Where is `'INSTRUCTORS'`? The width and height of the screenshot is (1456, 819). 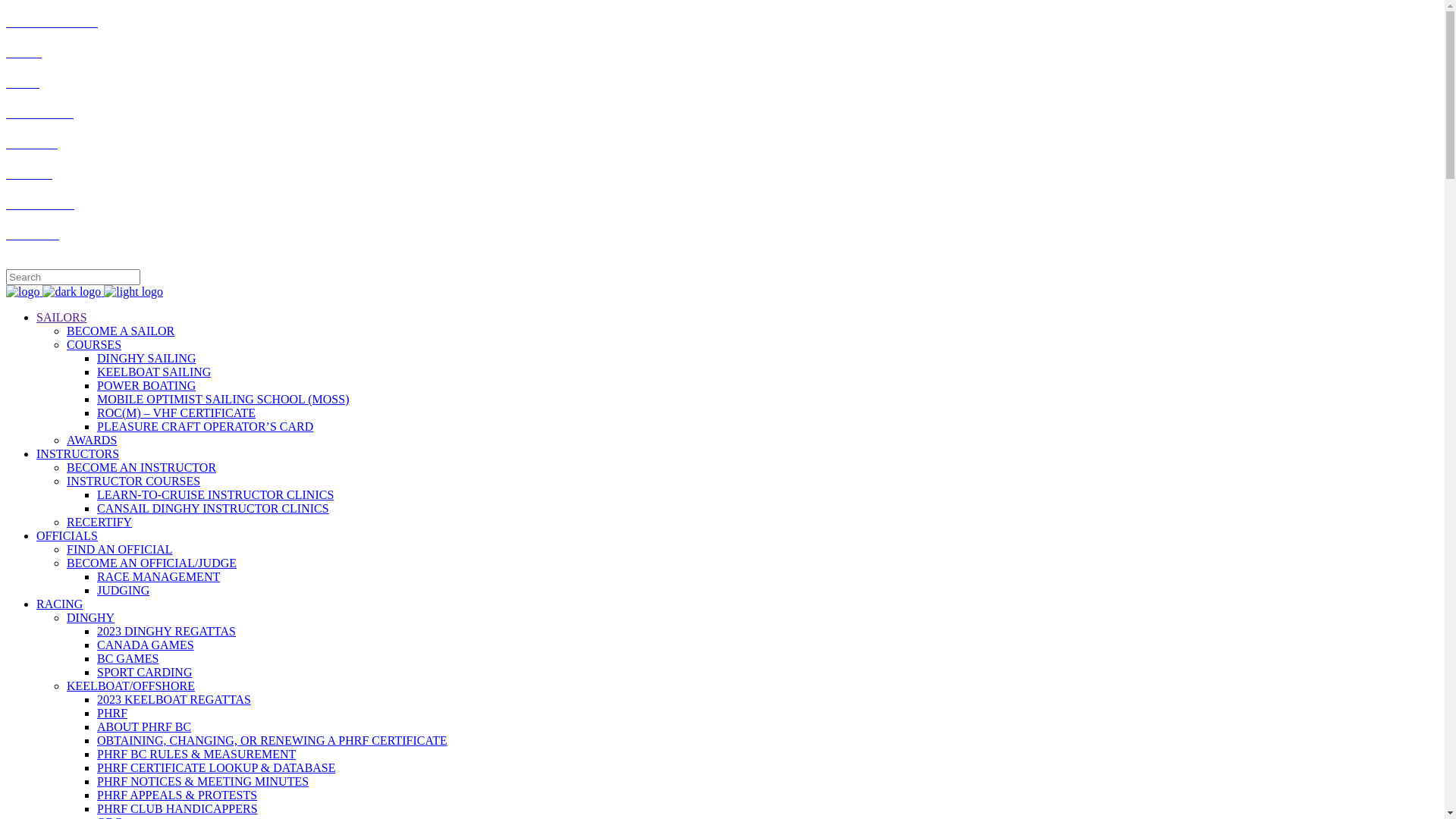 'INSTRUCTORS' is located at coordinates (36, 453).